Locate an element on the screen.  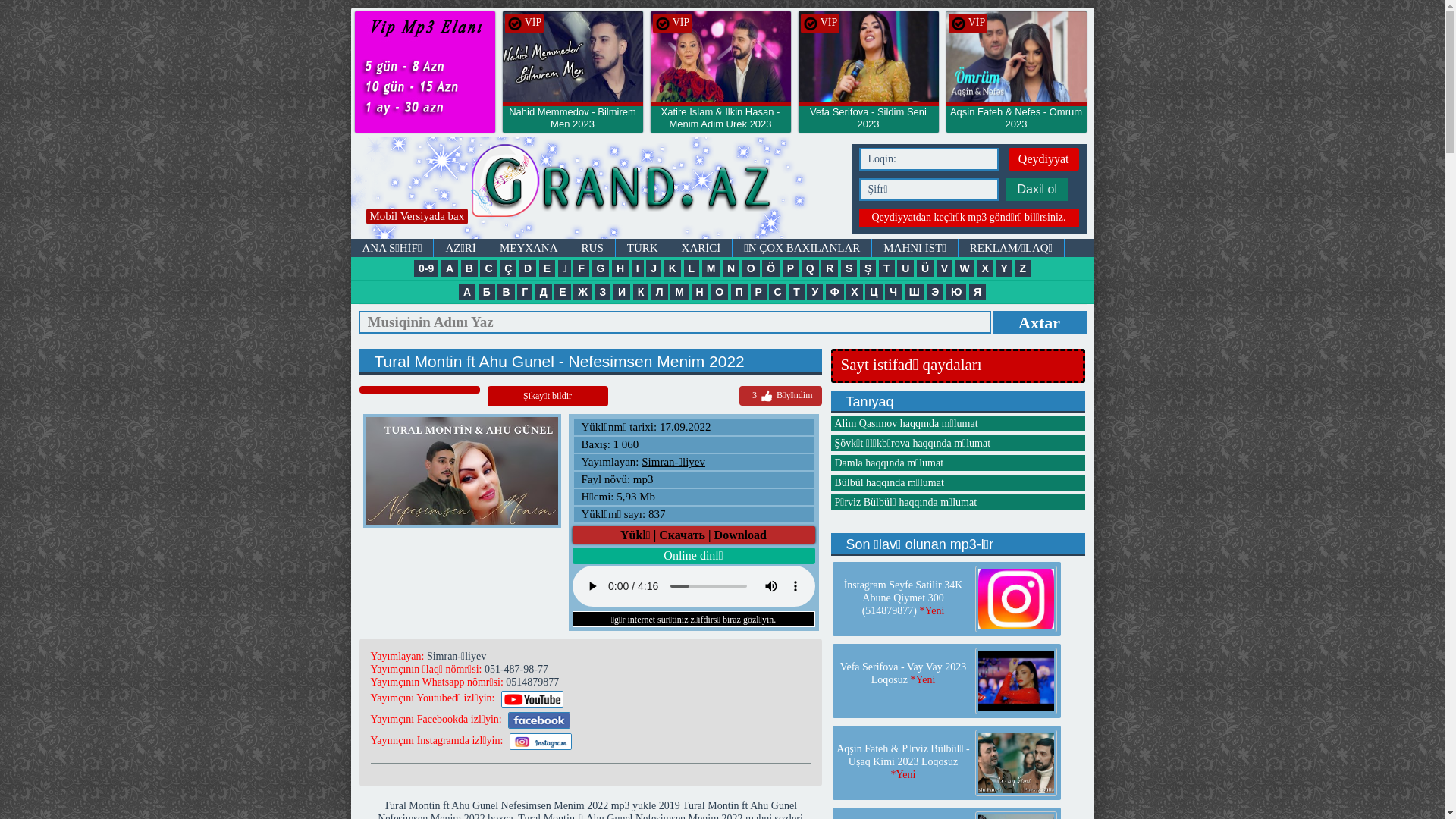
'RUS' is located at coordinates (592, 247).